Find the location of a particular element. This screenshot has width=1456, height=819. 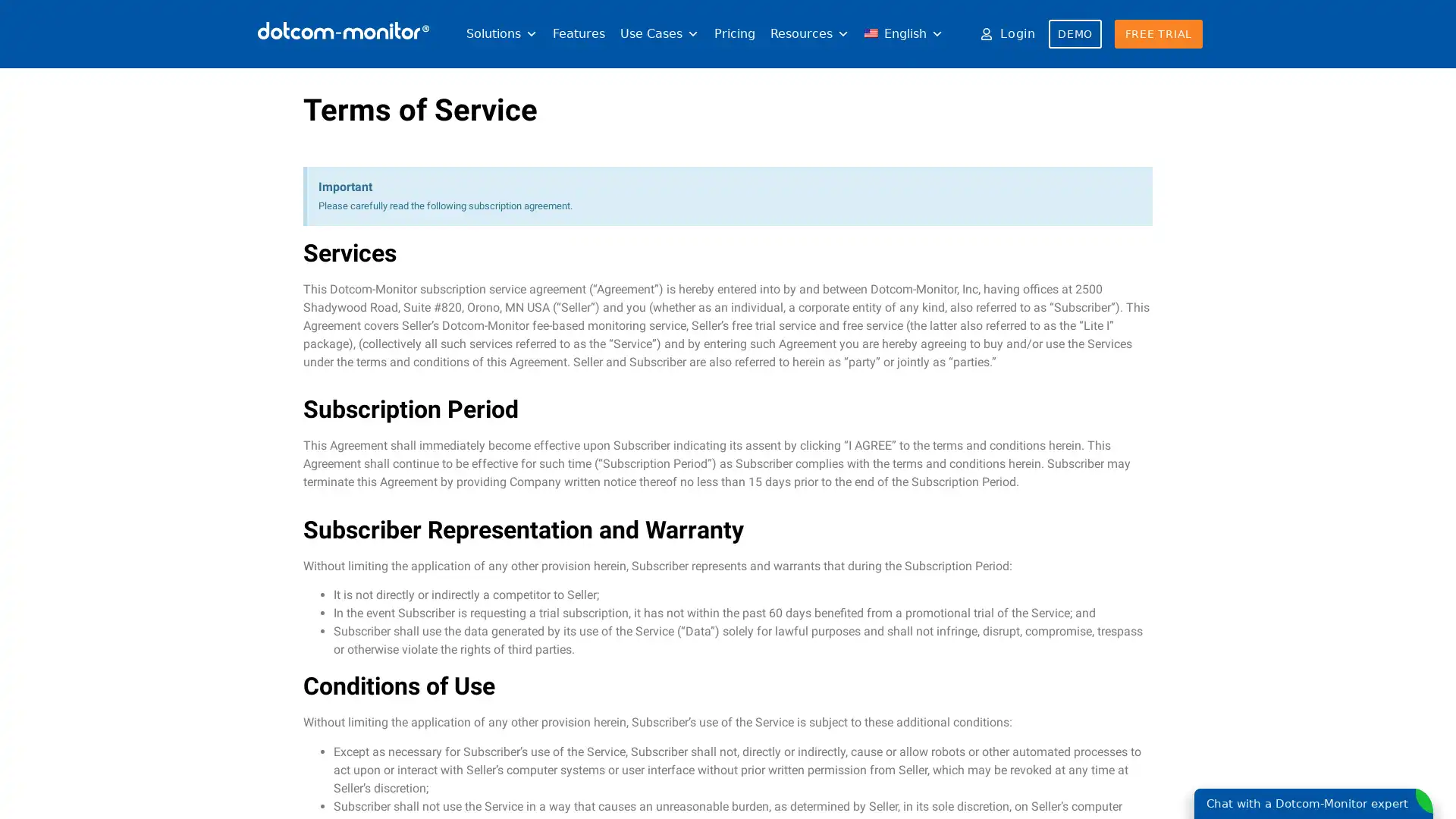

FREE TRIAL is located at coordinates (1157, 34).